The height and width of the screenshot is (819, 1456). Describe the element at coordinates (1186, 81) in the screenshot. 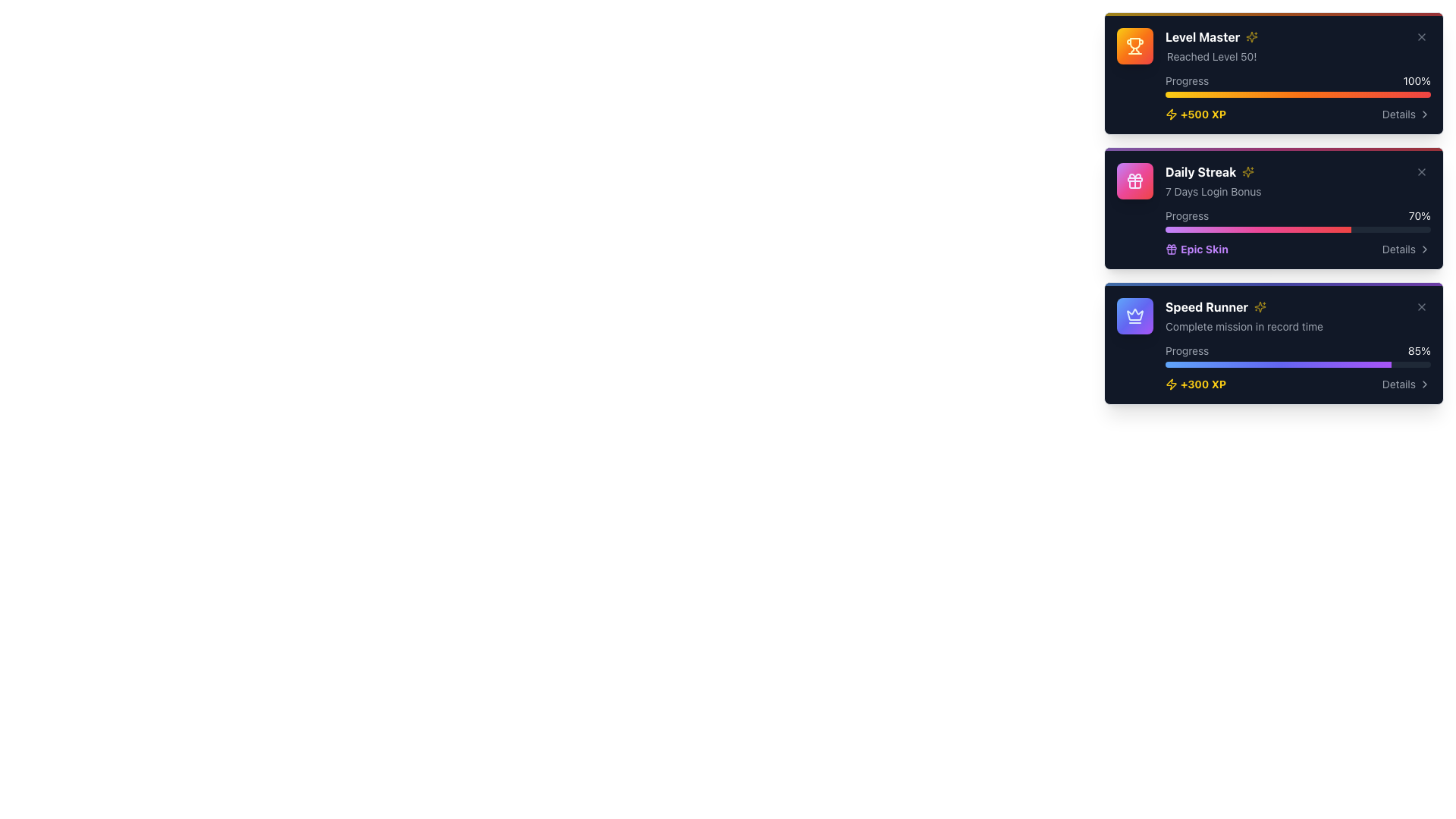

I see `'Progress' label, which is styled in gray and located prominently within a dark-themed card, adjacent to a progress bar and the percentage completion text '100%'` at that location.